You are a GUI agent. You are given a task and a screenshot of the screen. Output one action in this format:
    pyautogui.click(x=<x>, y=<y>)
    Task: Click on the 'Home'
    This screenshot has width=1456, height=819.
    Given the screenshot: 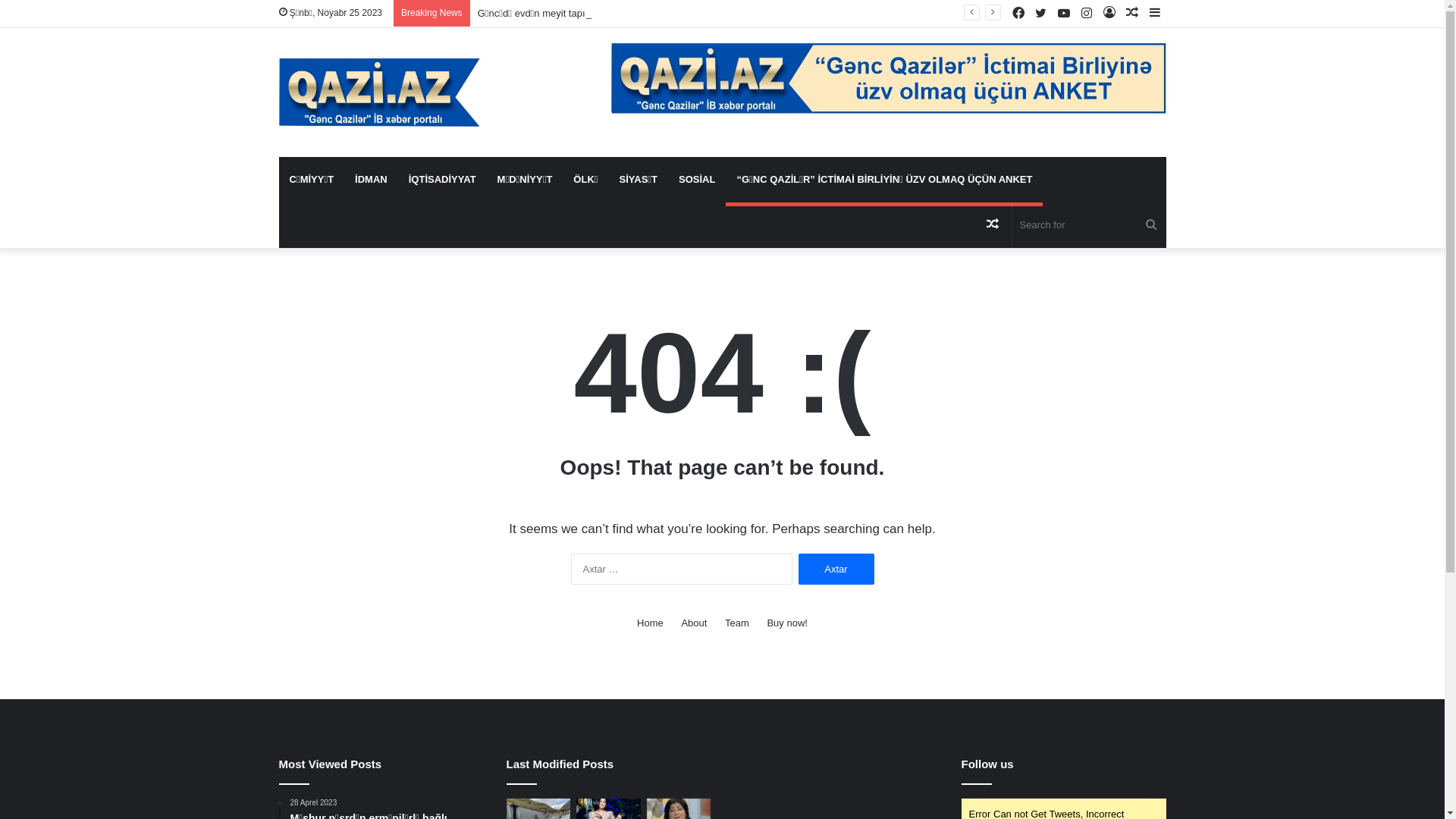 What is the action you would take?
    pyautogui.click(x=637, y=623)
    